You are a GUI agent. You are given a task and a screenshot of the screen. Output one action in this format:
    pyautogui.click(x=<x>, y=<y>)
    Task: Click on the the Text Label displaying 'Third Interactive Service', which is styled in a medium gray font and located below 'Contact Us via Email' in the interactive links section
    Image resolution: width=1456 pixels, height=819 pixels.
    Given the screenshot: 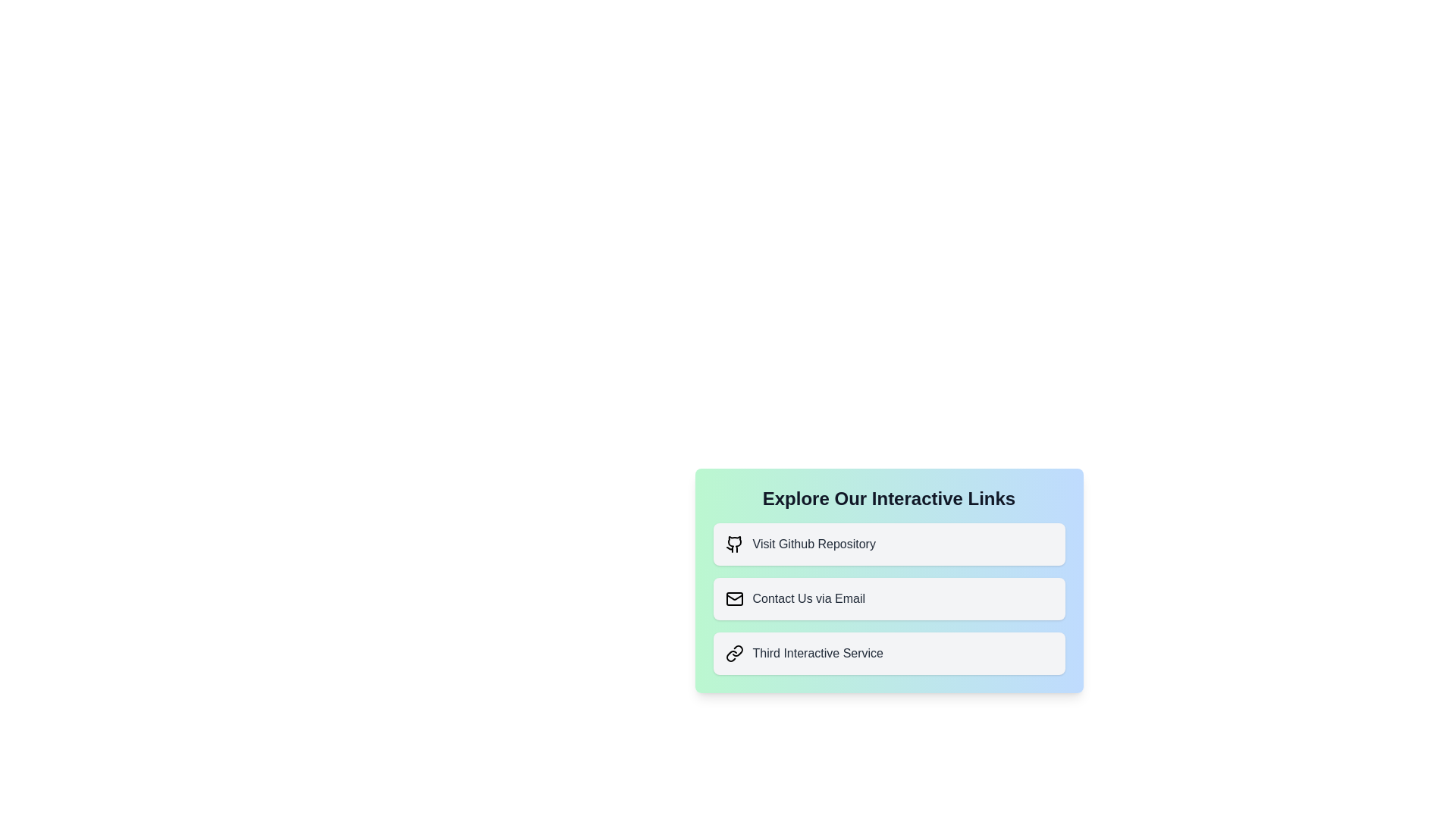 What is the action you would take?
    pyautogui.click(x=817, y=652)
    